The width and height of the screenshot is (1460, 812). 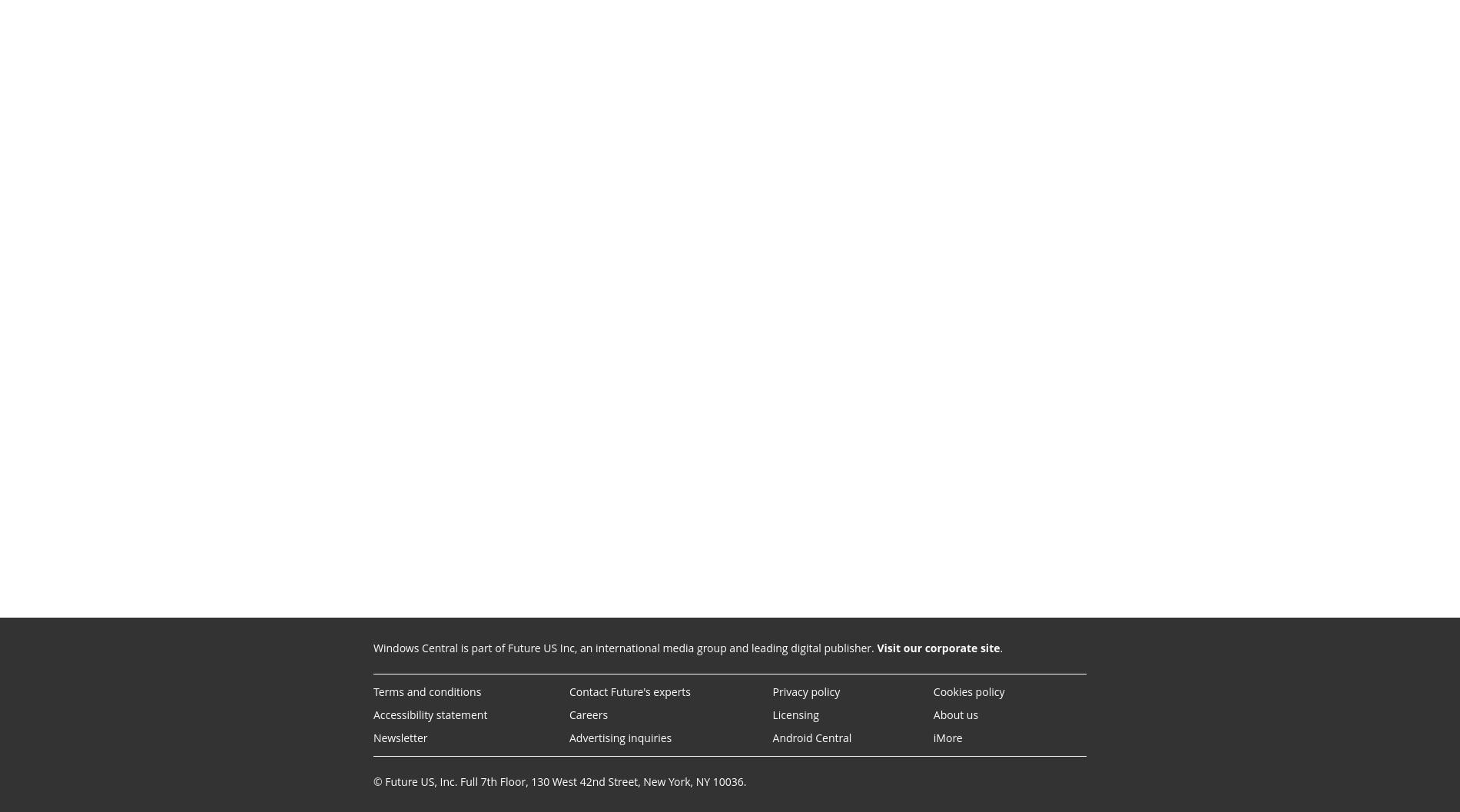 What do you see at coordinates (937, 647) in the screenshot?
I see `'Visit our corporate site'` at bounding box center [937, 647].